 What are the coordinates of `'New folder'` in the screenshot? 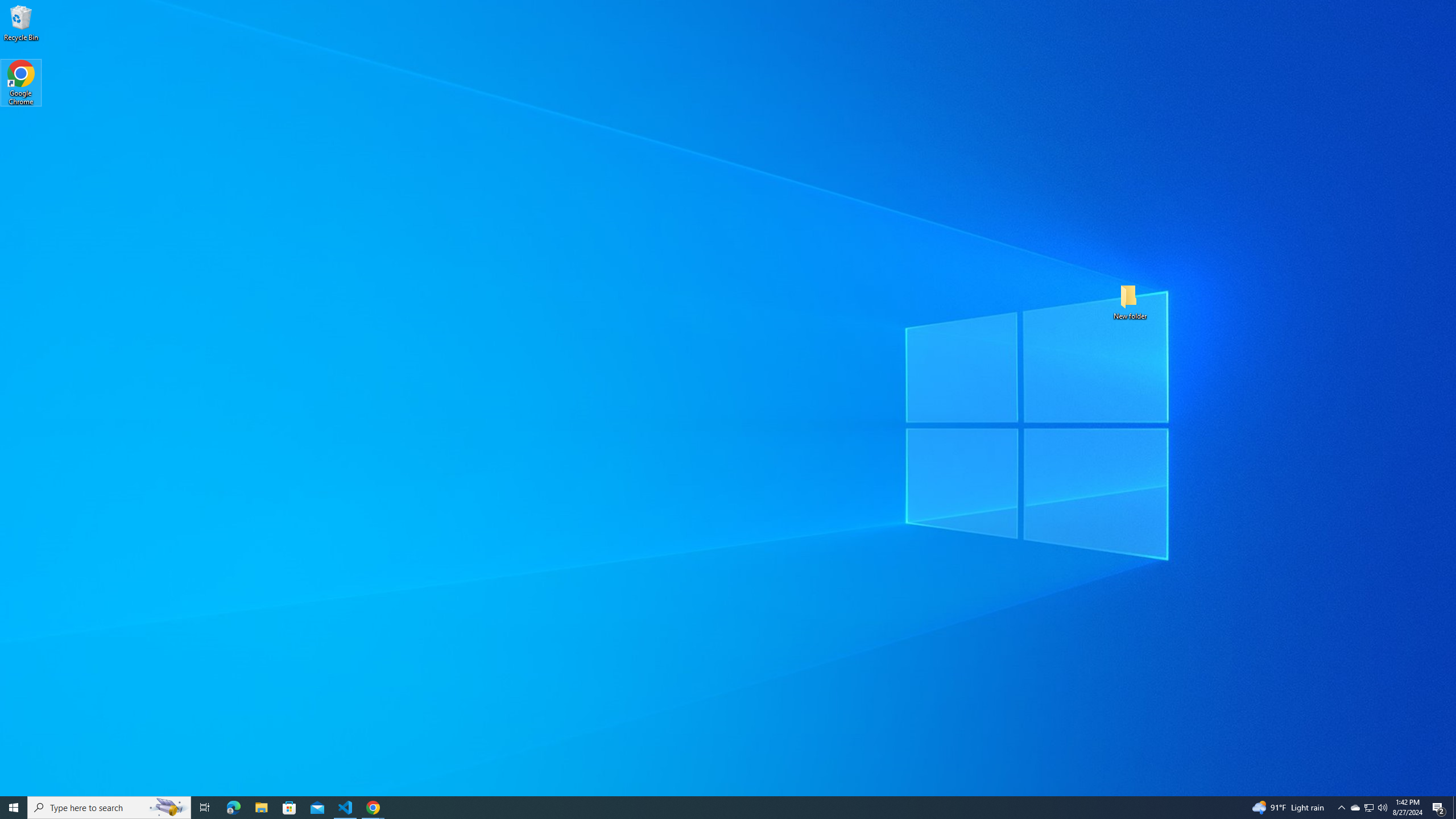 It's located at (1130, 300).